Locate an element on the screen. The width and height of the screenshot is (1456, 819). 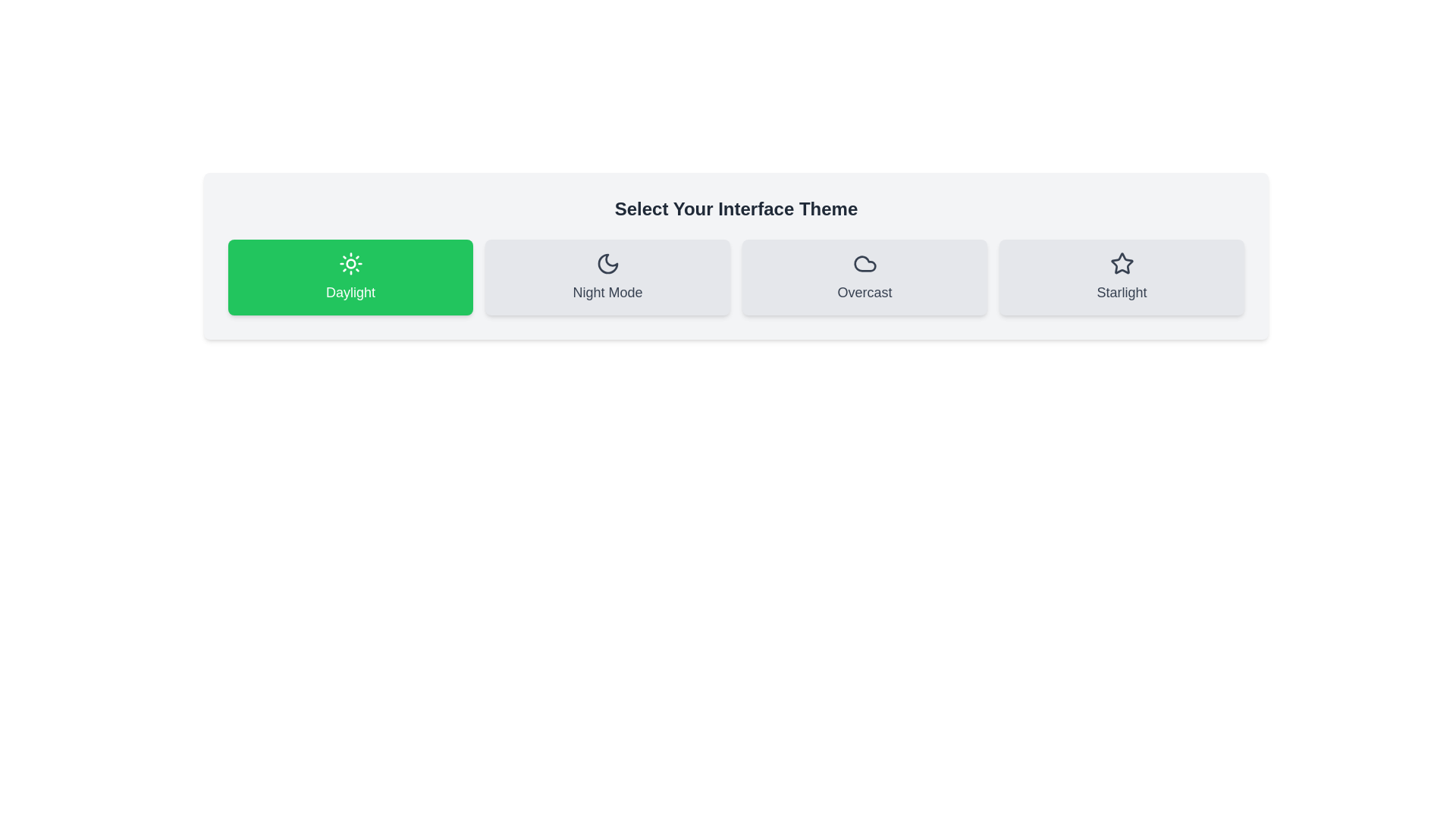
the theme by clicking on the Daylight button is located at coordinates (350, 278).